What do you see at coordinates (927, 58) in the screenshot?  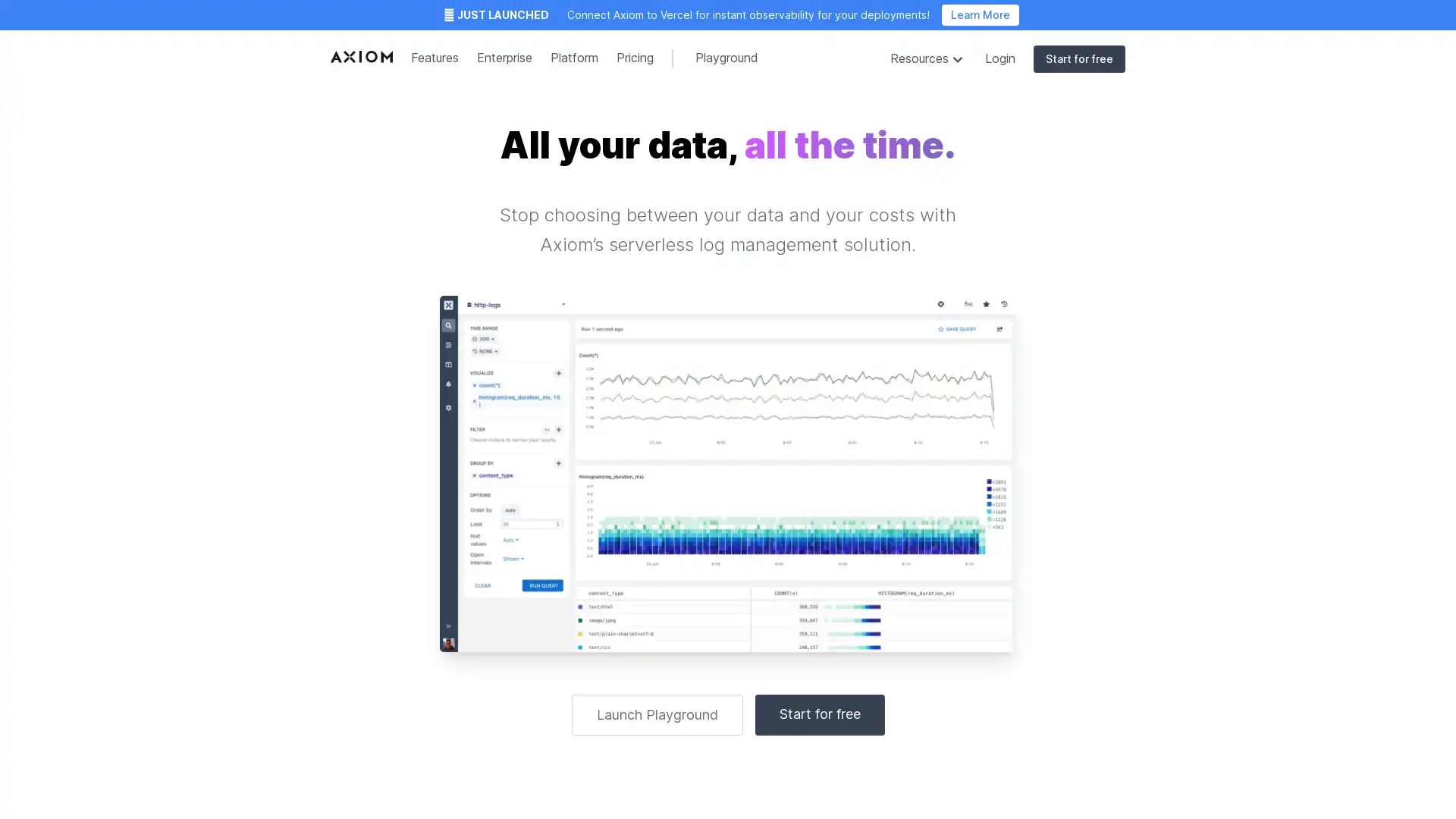 I see `Resources` at bounding box center [927, 58].